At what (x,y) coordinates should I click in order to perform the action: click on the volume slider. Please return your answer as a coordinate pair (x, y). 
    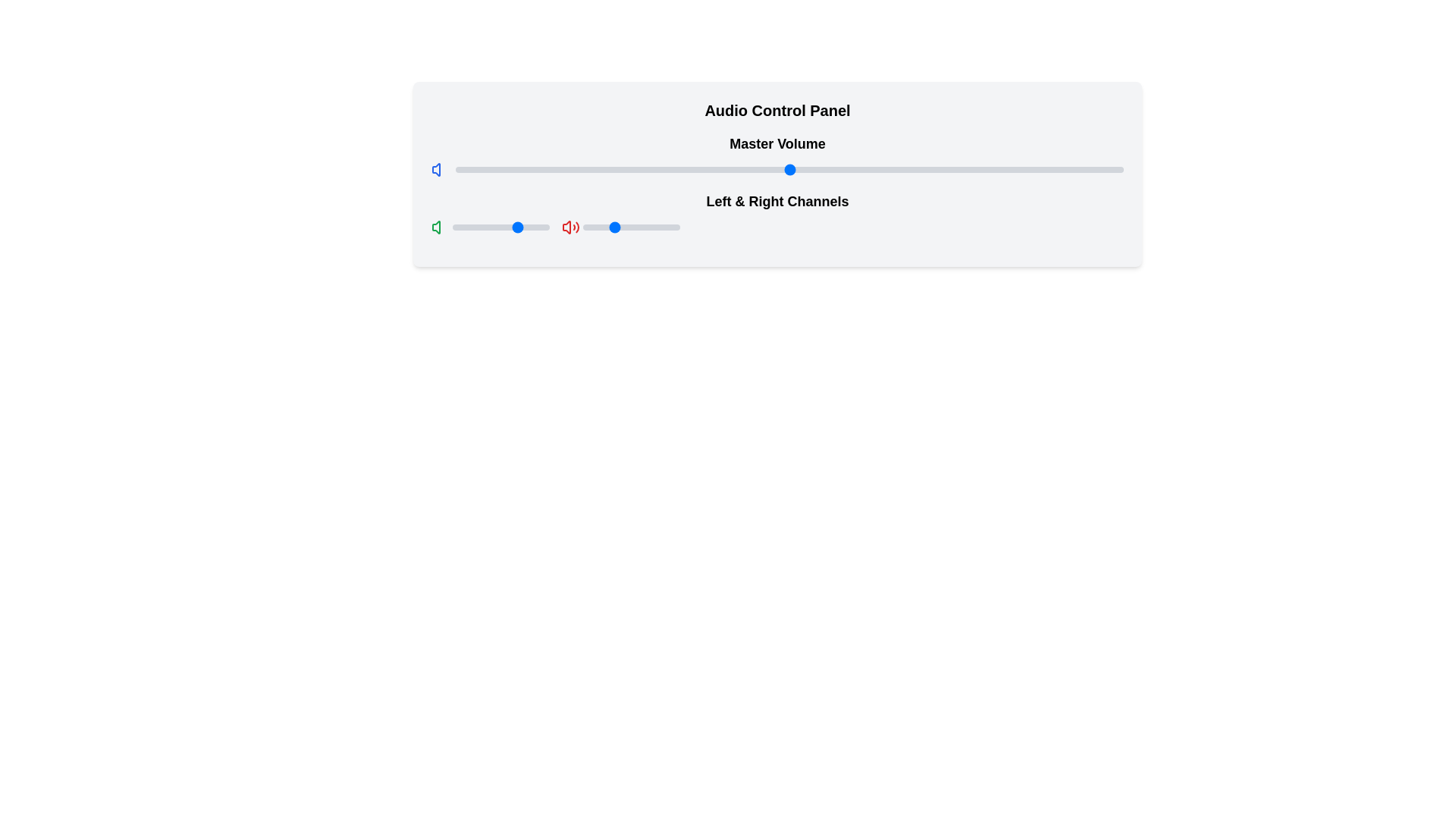
    Looking at the image, I should click on (516, 166).